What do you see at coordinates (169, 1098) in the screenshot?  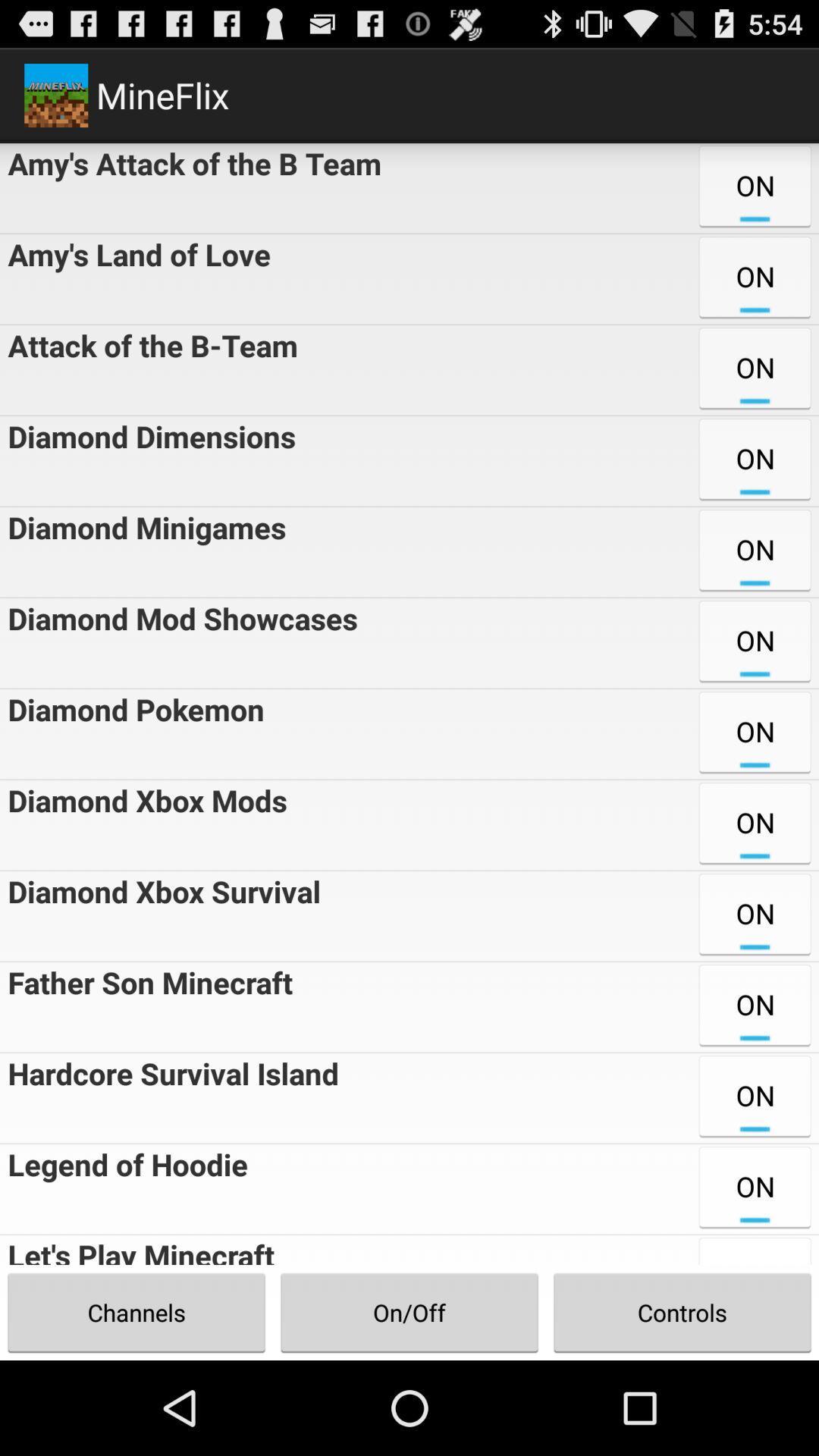 I see `item to the left of the on item` at bounding box center [169, 1098].